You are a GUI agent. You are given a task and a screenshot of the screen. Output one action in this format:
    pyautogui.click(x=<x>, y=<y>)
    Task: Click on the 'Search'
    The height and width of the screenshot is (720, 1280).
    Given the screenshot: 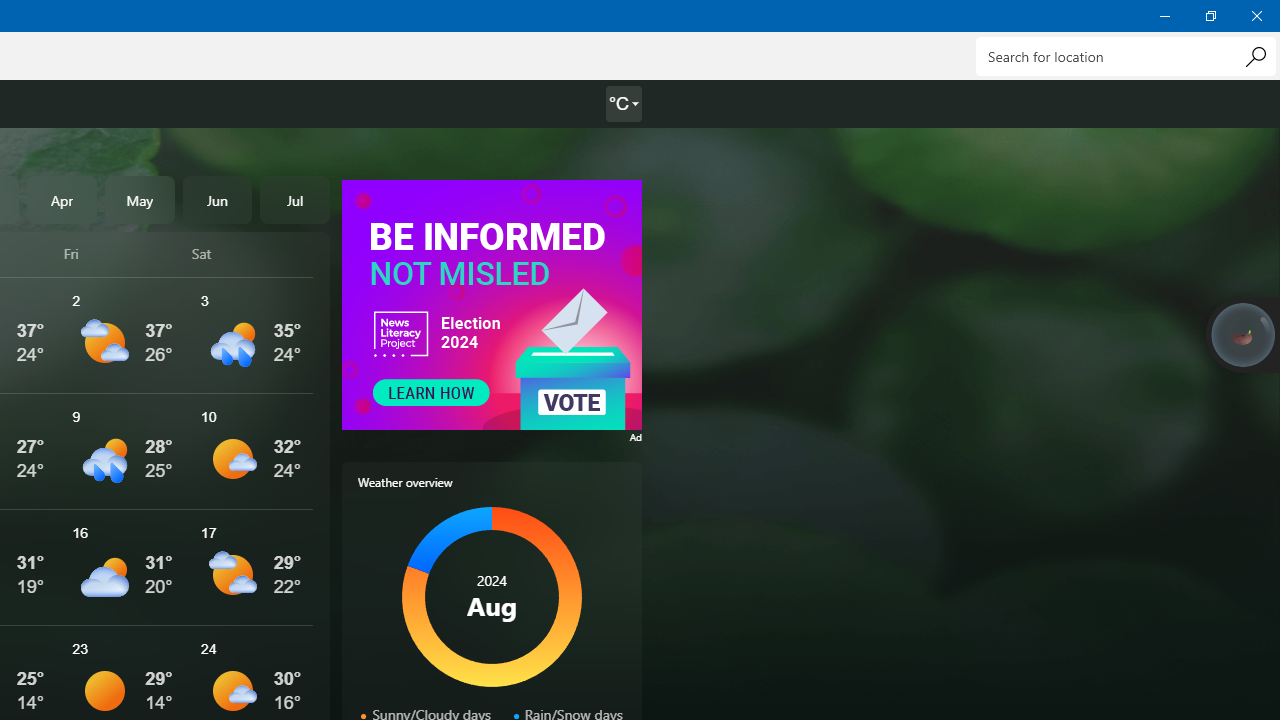 What is the action you would take?
    pyautogui.click(x=1254, y=55)
    